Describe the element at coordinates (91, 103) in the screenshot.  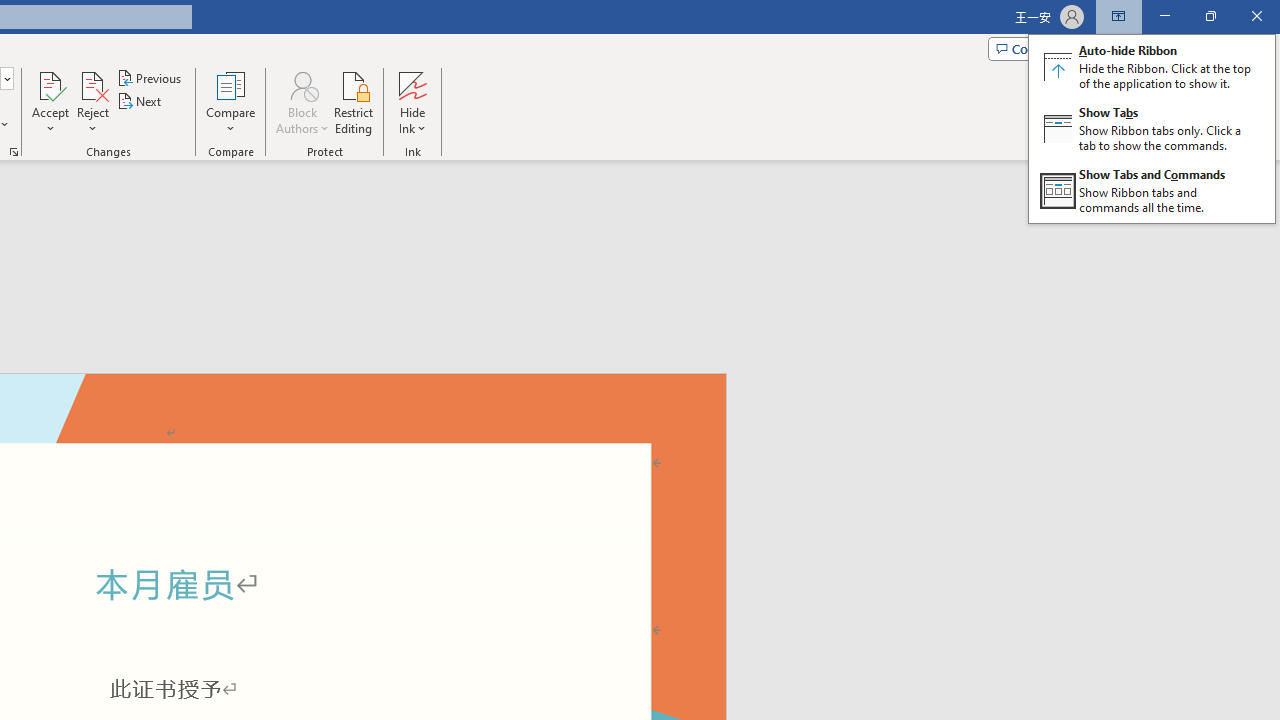
I see `'Reject'` at that location.